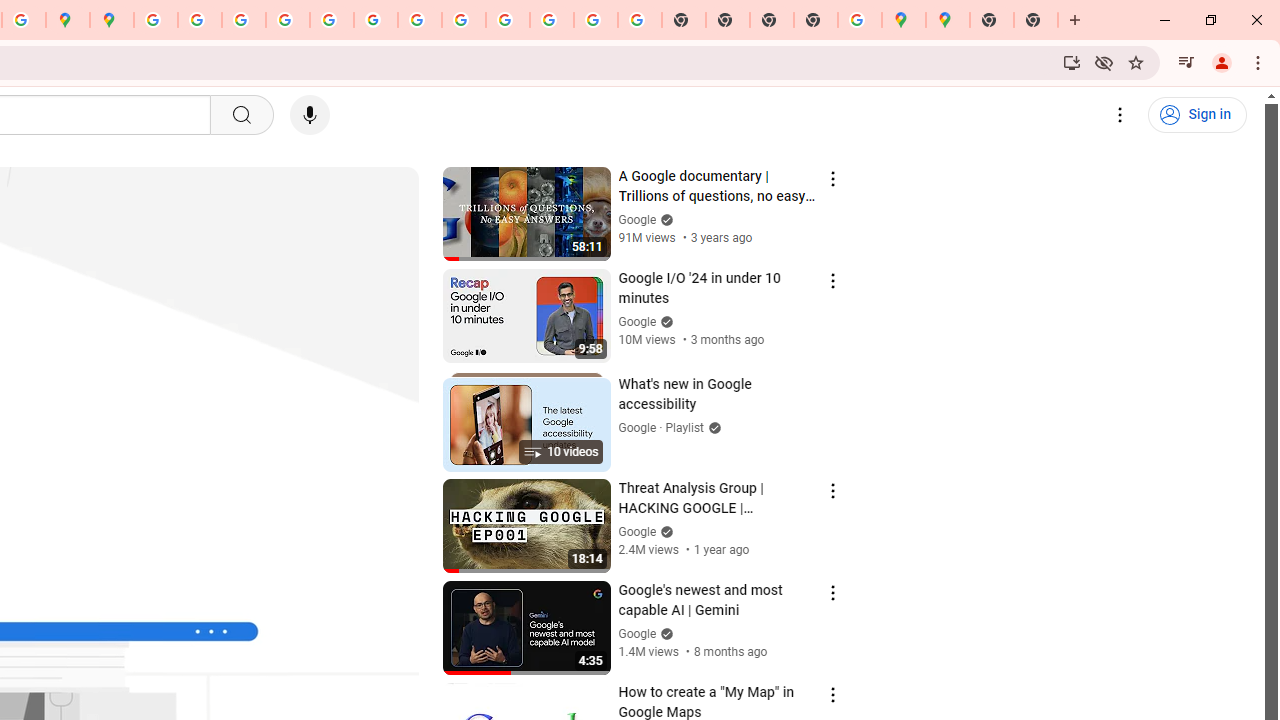  What do you see at coordinates (664, 633) in the screenshot?
I see `'Verified'` at bounding box center [664, 633].